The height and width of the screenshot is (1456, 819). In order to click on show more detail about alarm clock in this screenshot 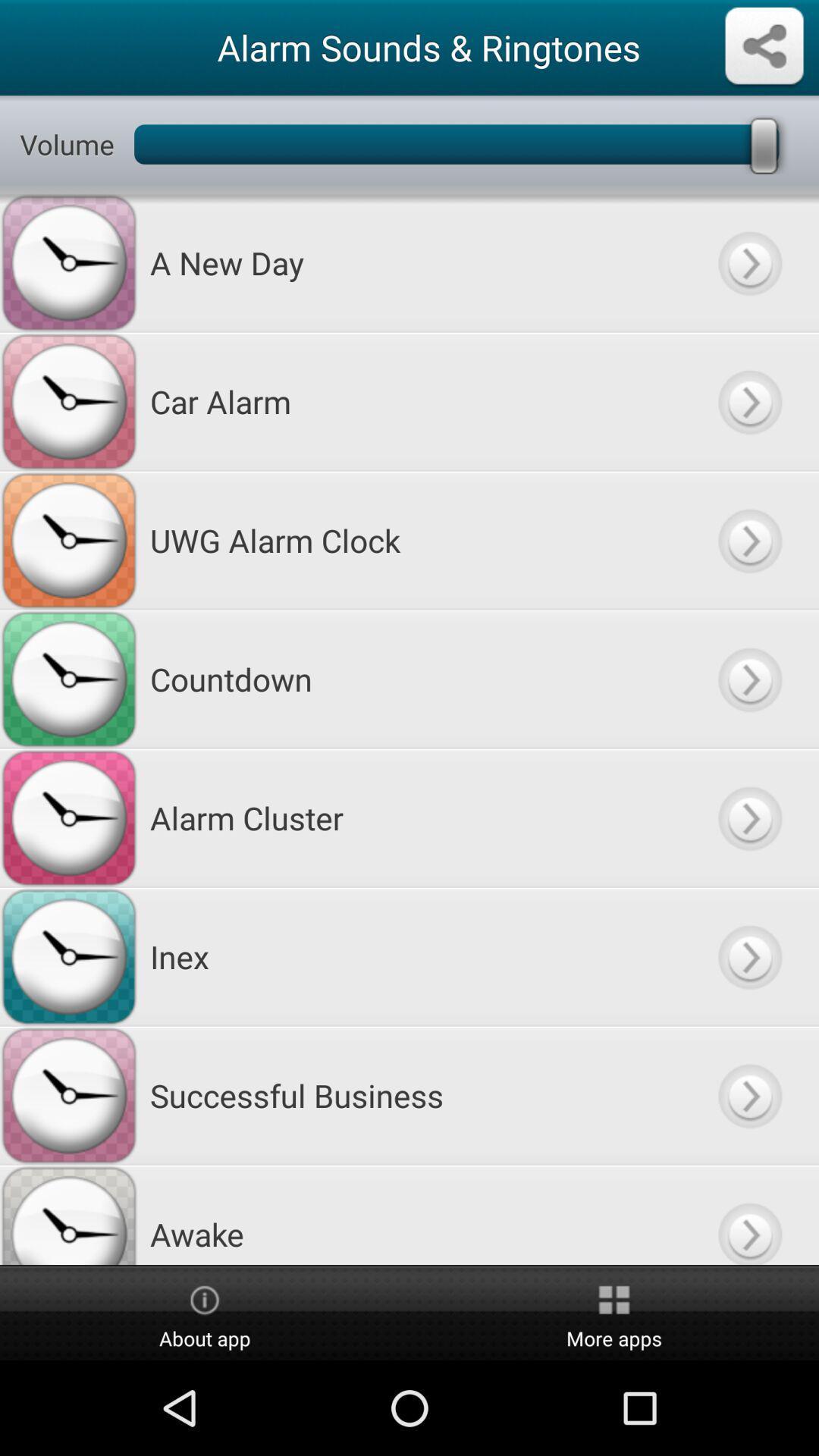, I will do `click(748, 540)`.